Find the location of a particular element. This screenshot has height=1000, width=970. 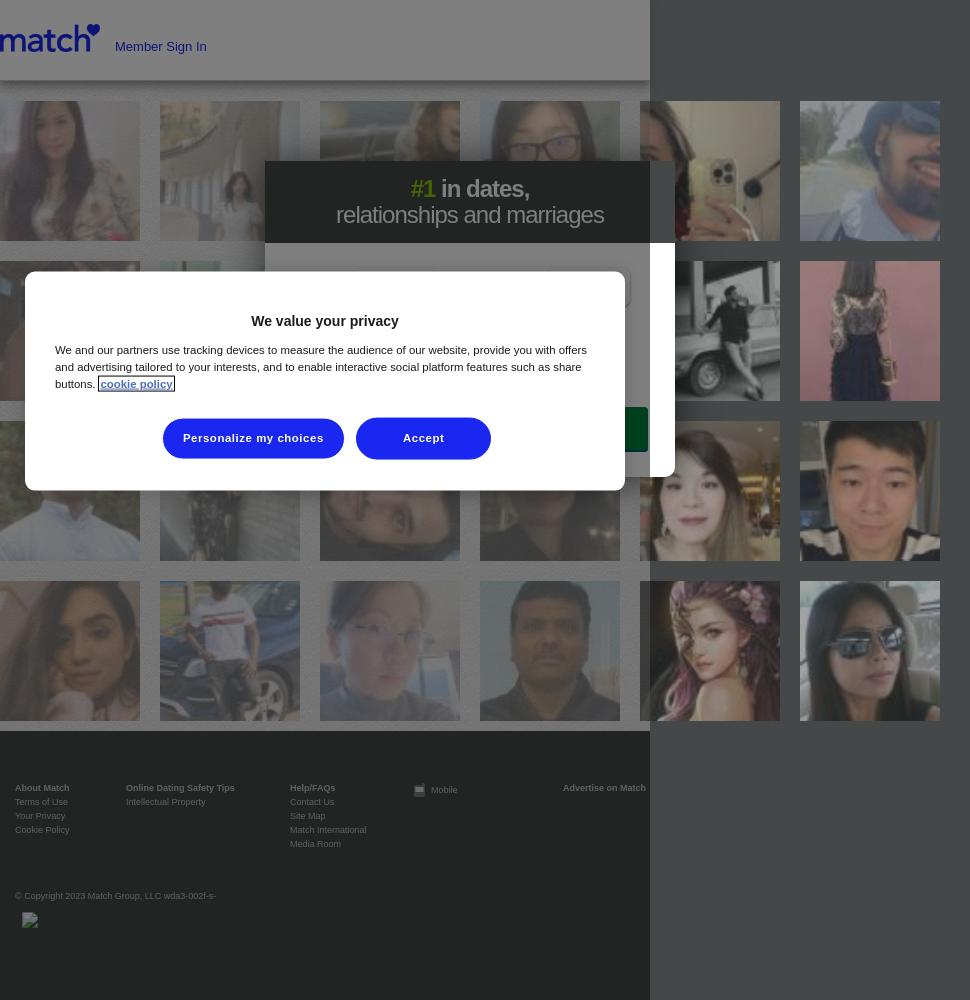

'#1' is located at coordinates (422, 188).